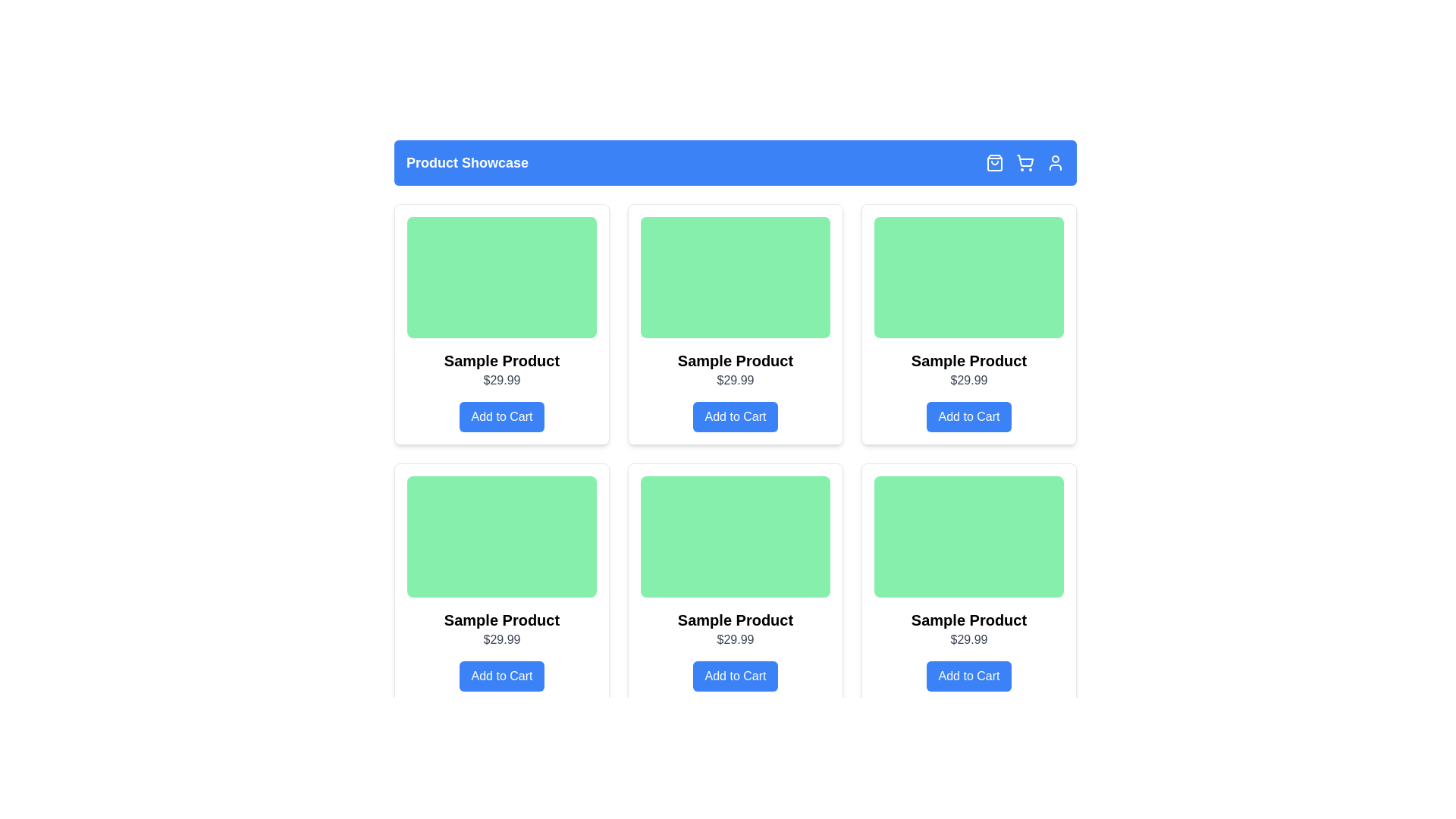  I want to click on the 'Add to Cart' button located at the bottom of the first item card in the three-column grid layout, so click(502, 675).